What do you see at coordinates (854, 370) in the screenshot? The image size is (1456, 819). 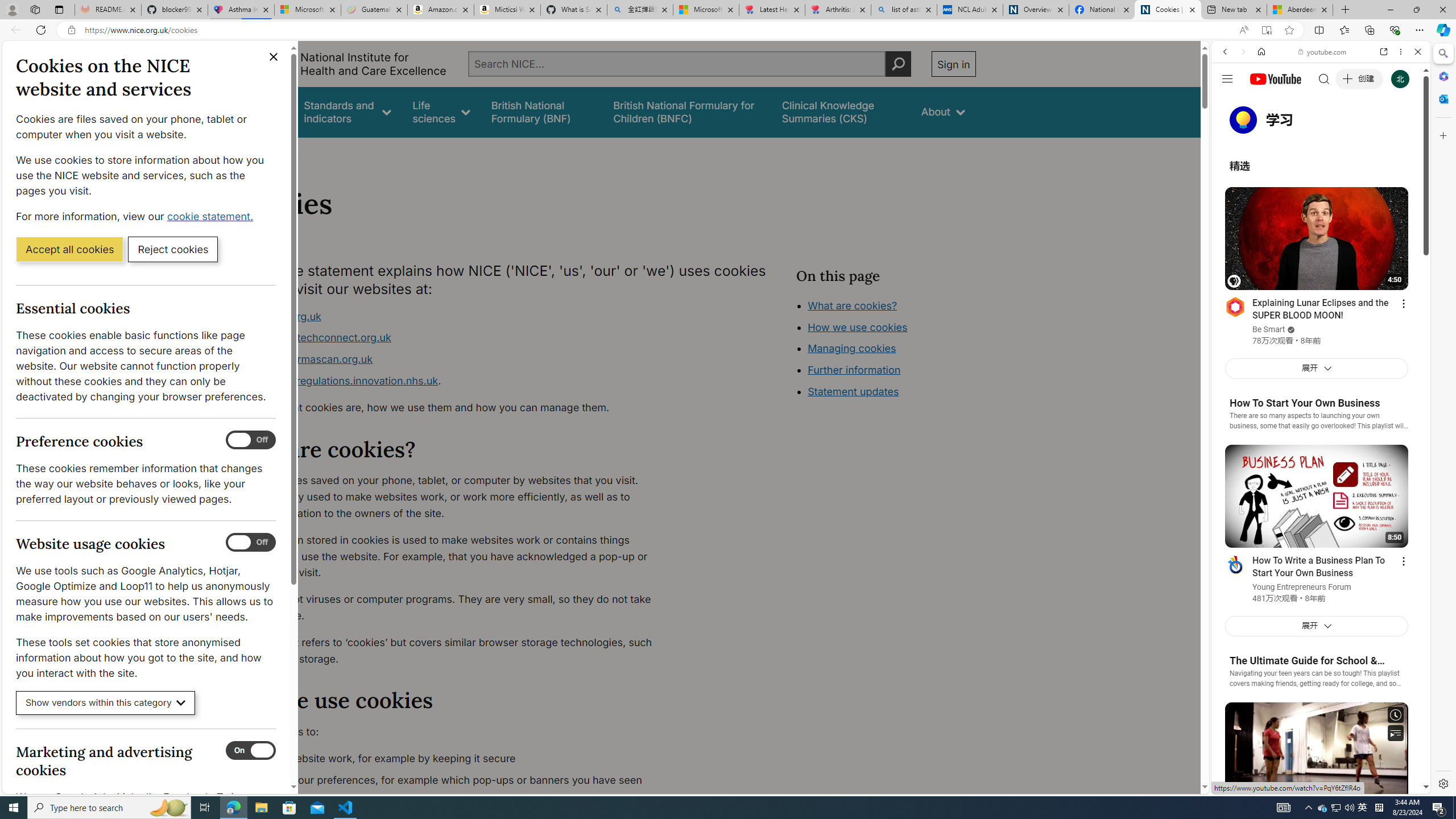 I see `'Further information'` at bounding box center [854, 370].